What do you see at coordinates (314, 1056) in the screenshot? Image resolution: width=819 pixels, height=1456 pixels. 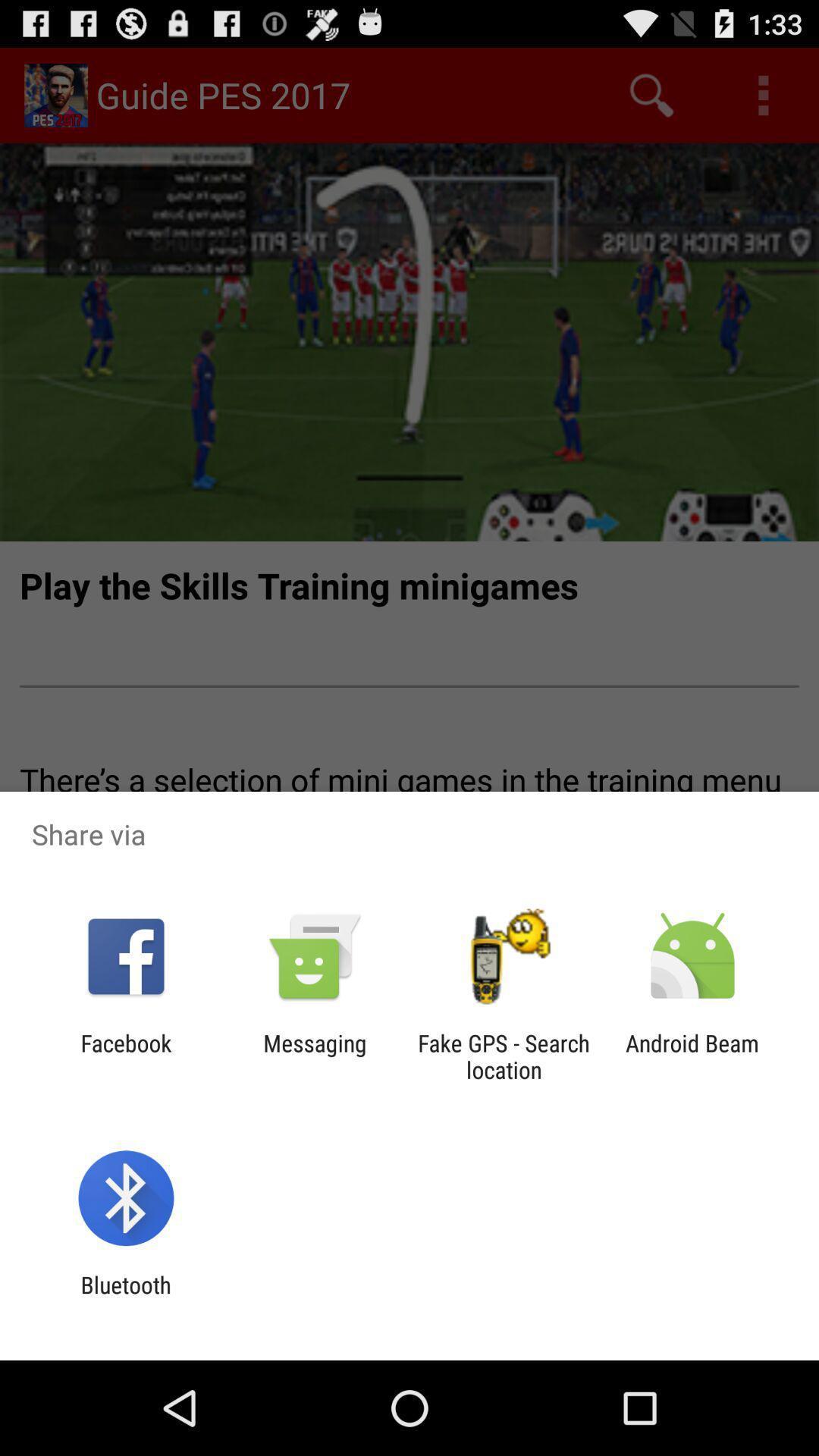 I see `the icon to the right of facebook item` at bounding box center [314, 1056].